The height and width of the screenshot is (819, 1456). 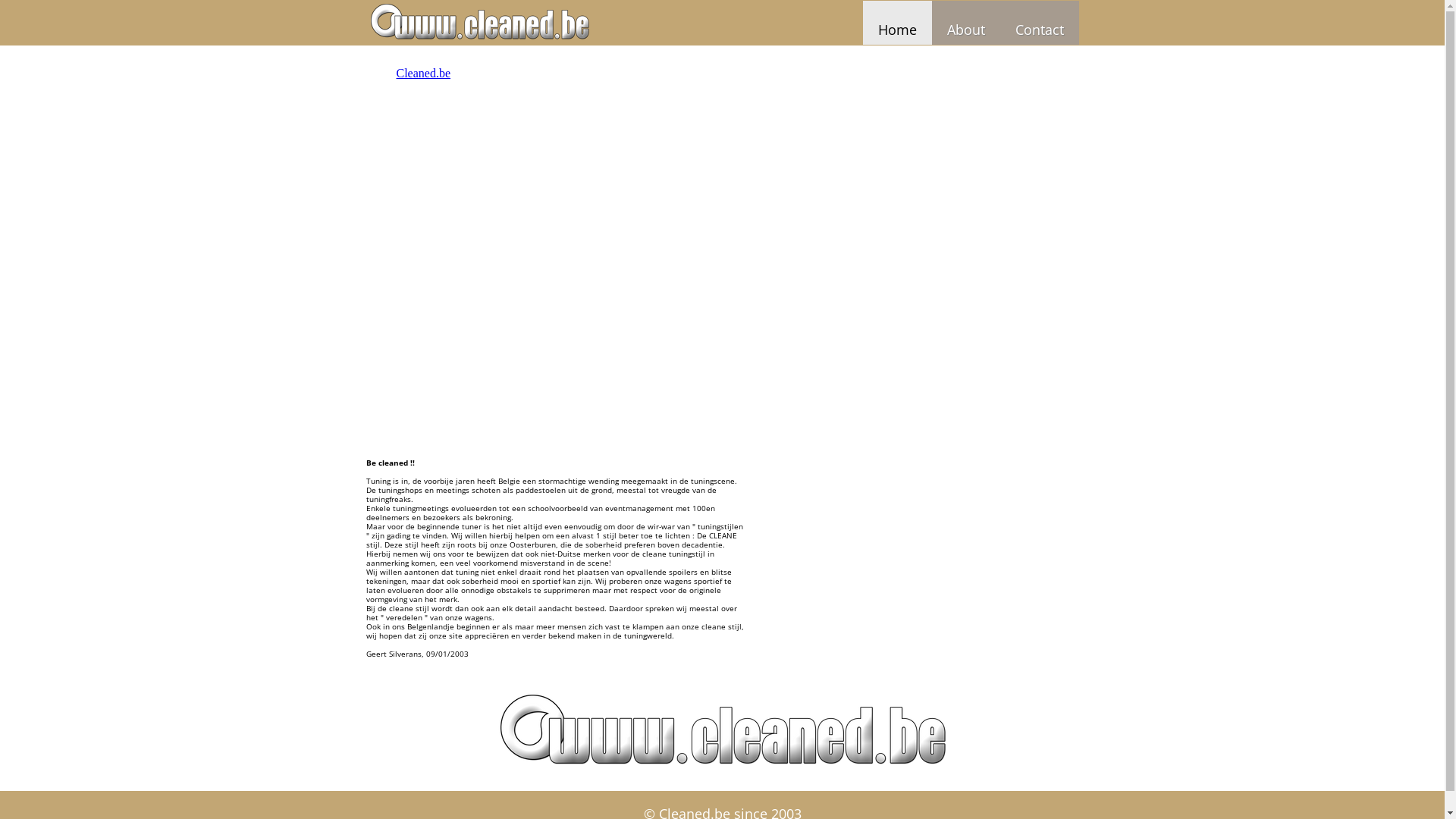 I want to click on 'Contact', so click(x=1037, y=23).